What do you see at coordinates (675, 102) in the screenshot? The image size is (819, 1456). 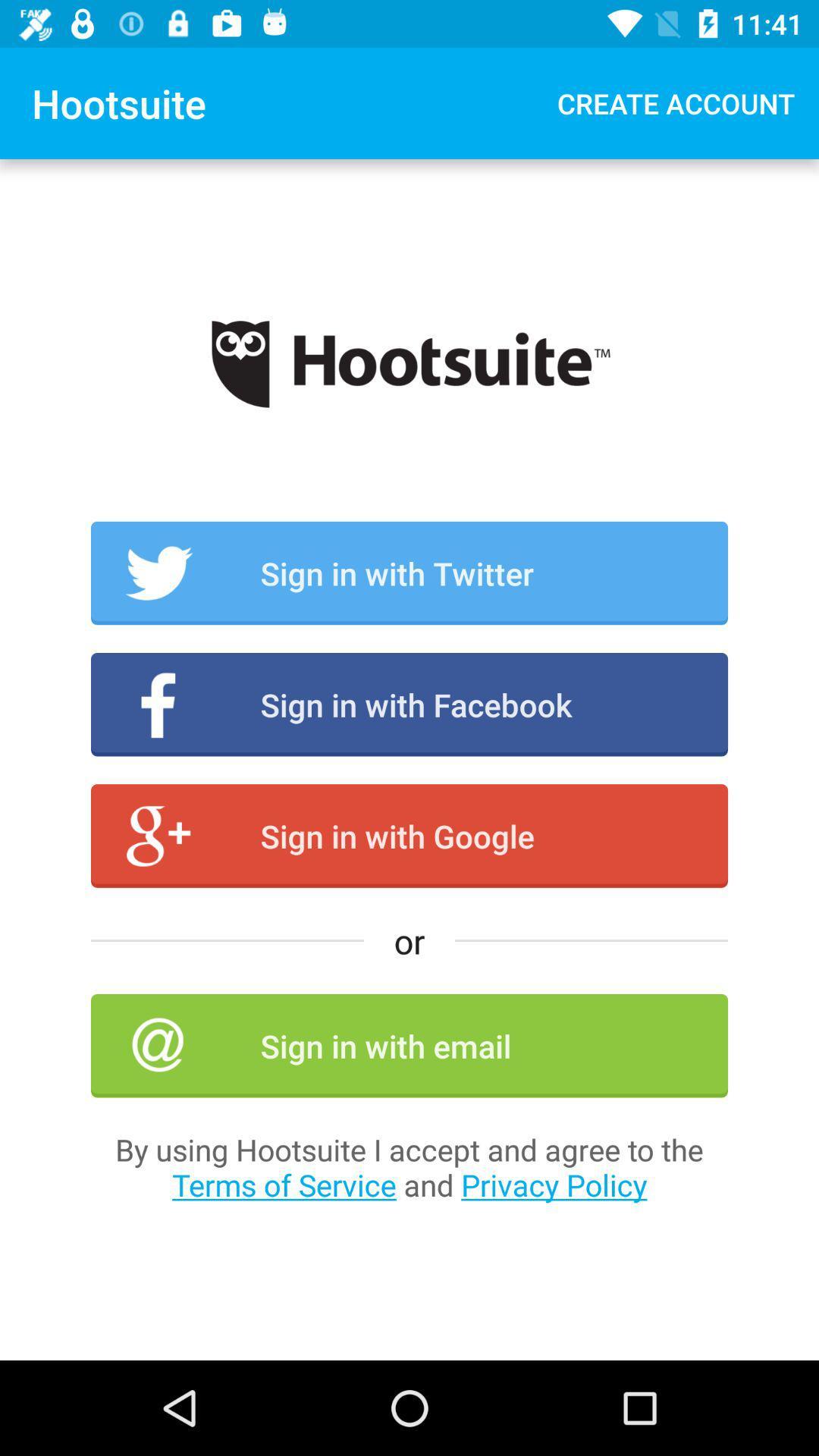 I see `the app to the right of the hootsuite icon` at bounding box center [675, 102].